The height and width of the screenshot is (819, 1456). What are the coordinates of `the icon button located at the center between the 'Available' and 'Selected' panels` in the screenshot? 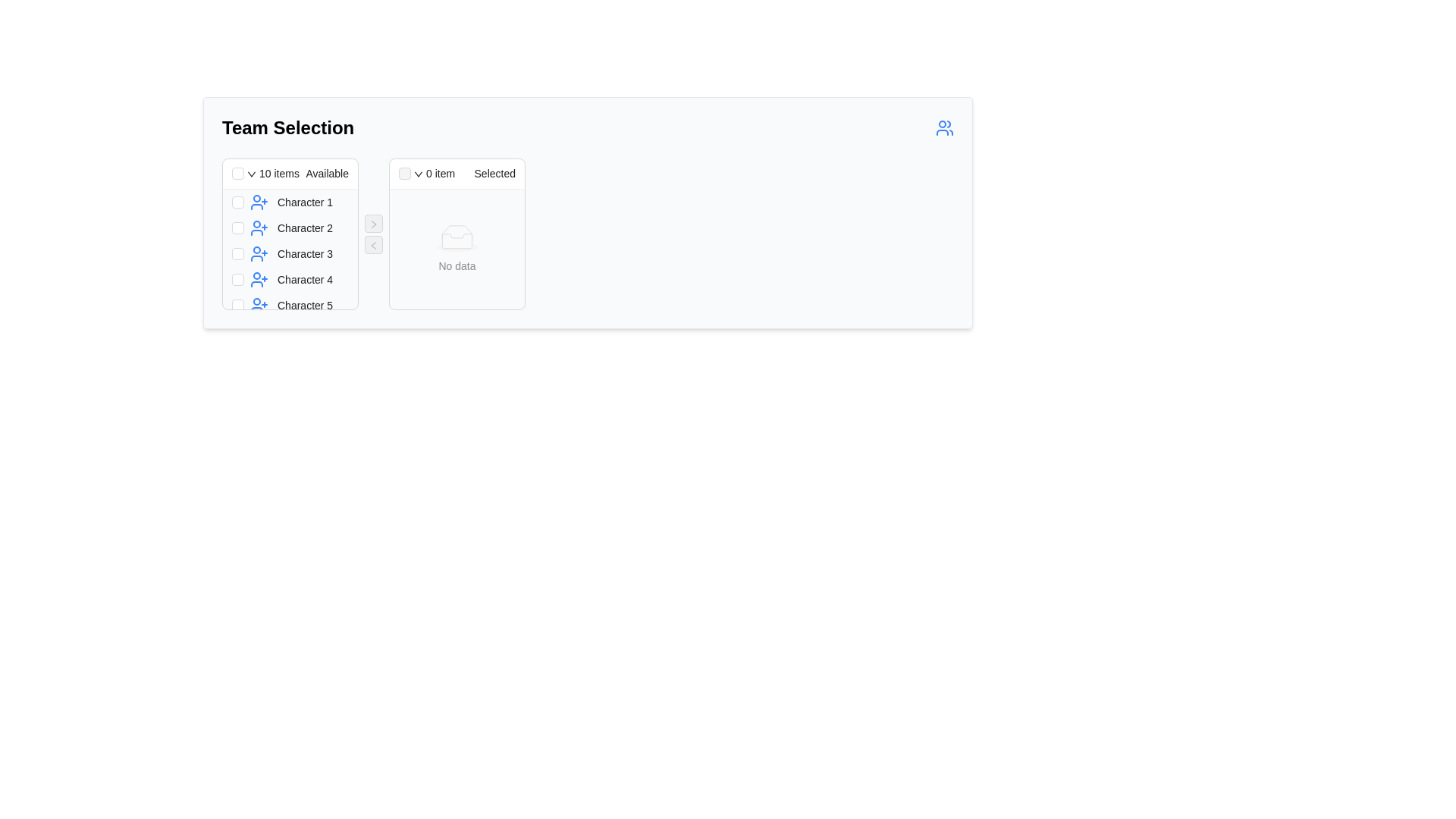 It's located at (374, 223).